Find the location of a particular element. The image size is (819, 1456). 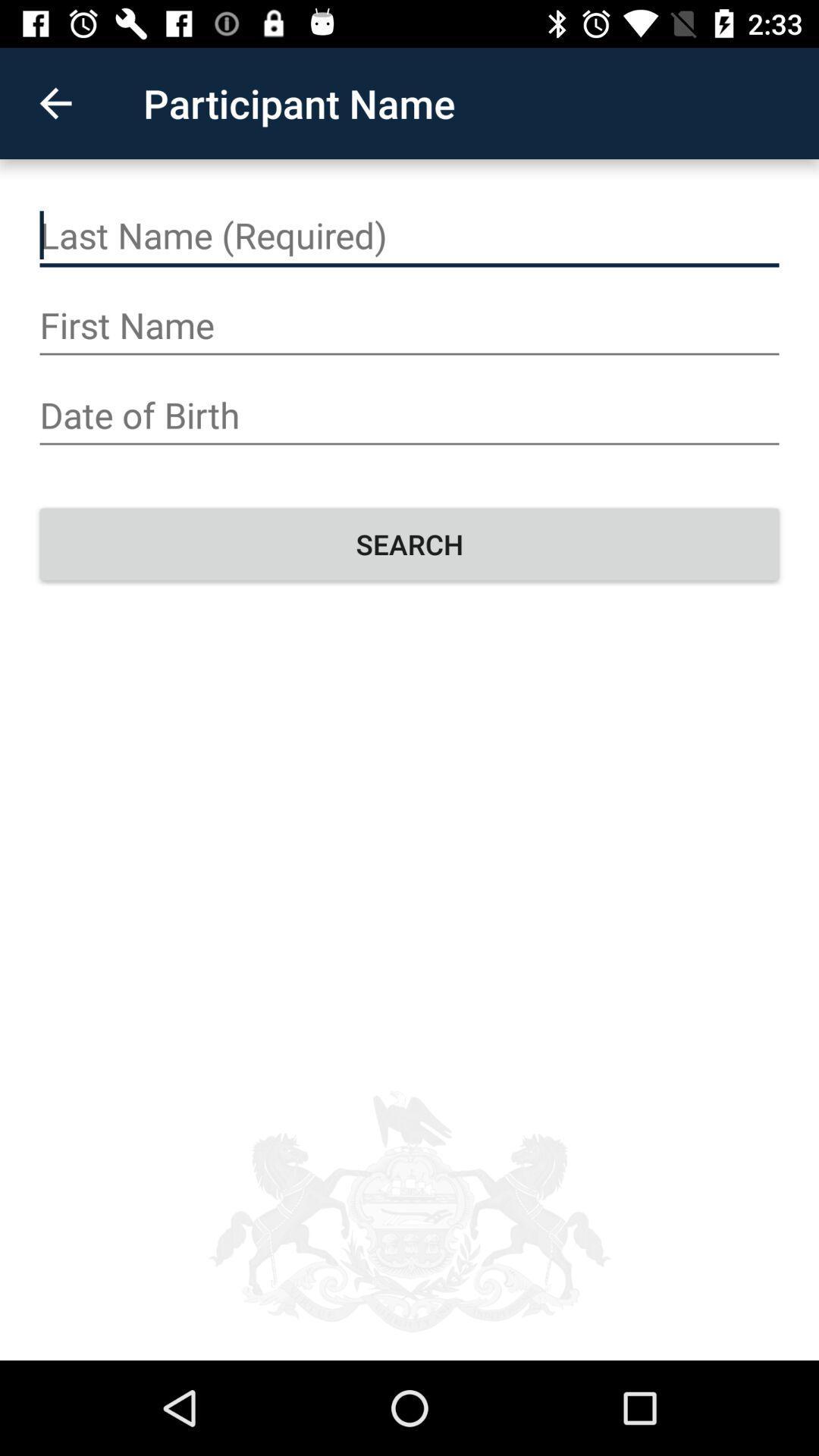

insert date of birth is located at coordinates (409, 416).